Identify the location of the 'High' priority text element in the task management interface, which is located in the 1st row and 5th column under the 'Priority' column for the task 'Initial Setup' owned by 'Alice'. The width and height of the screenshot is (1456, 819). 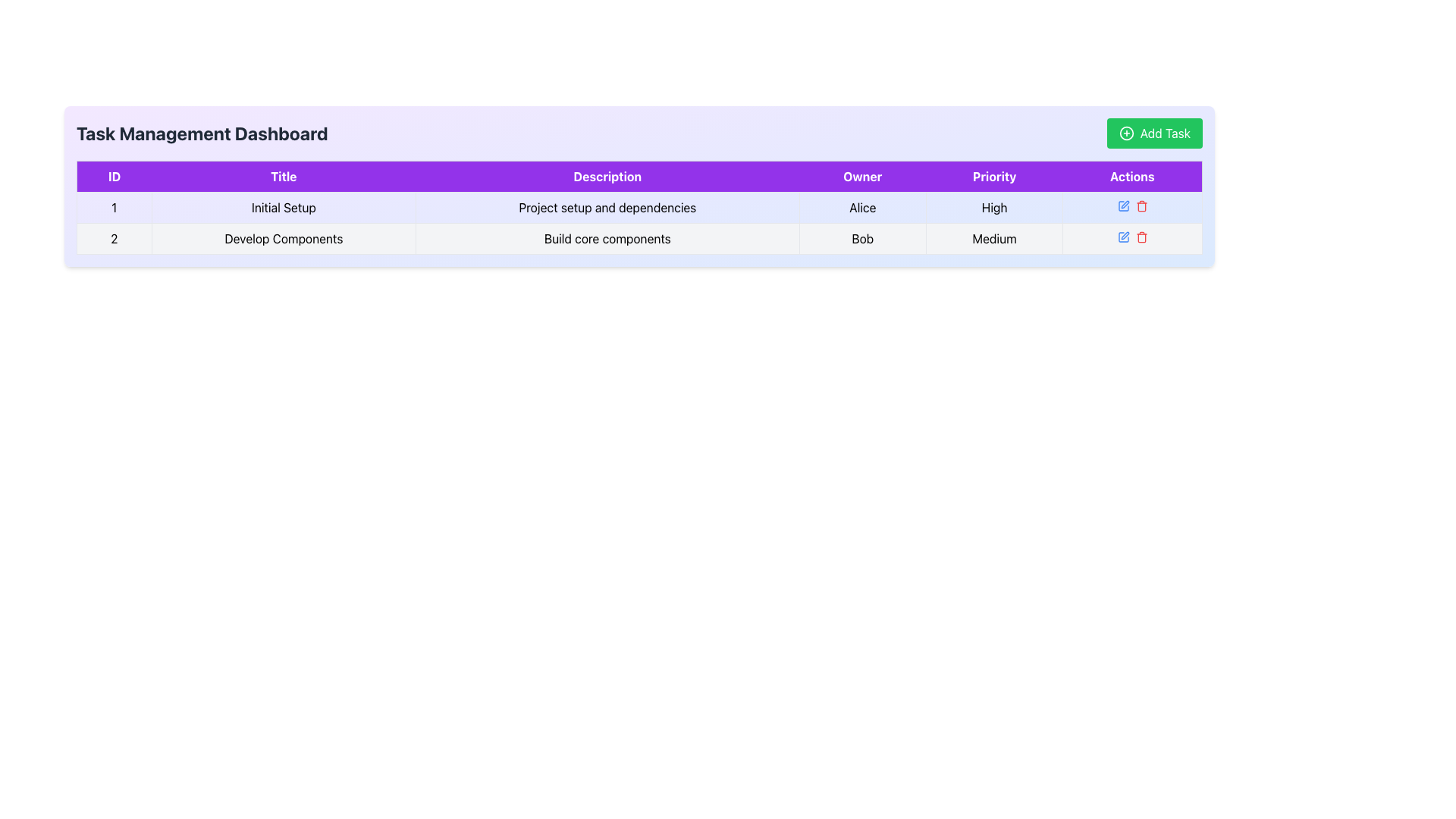
(994, 207).